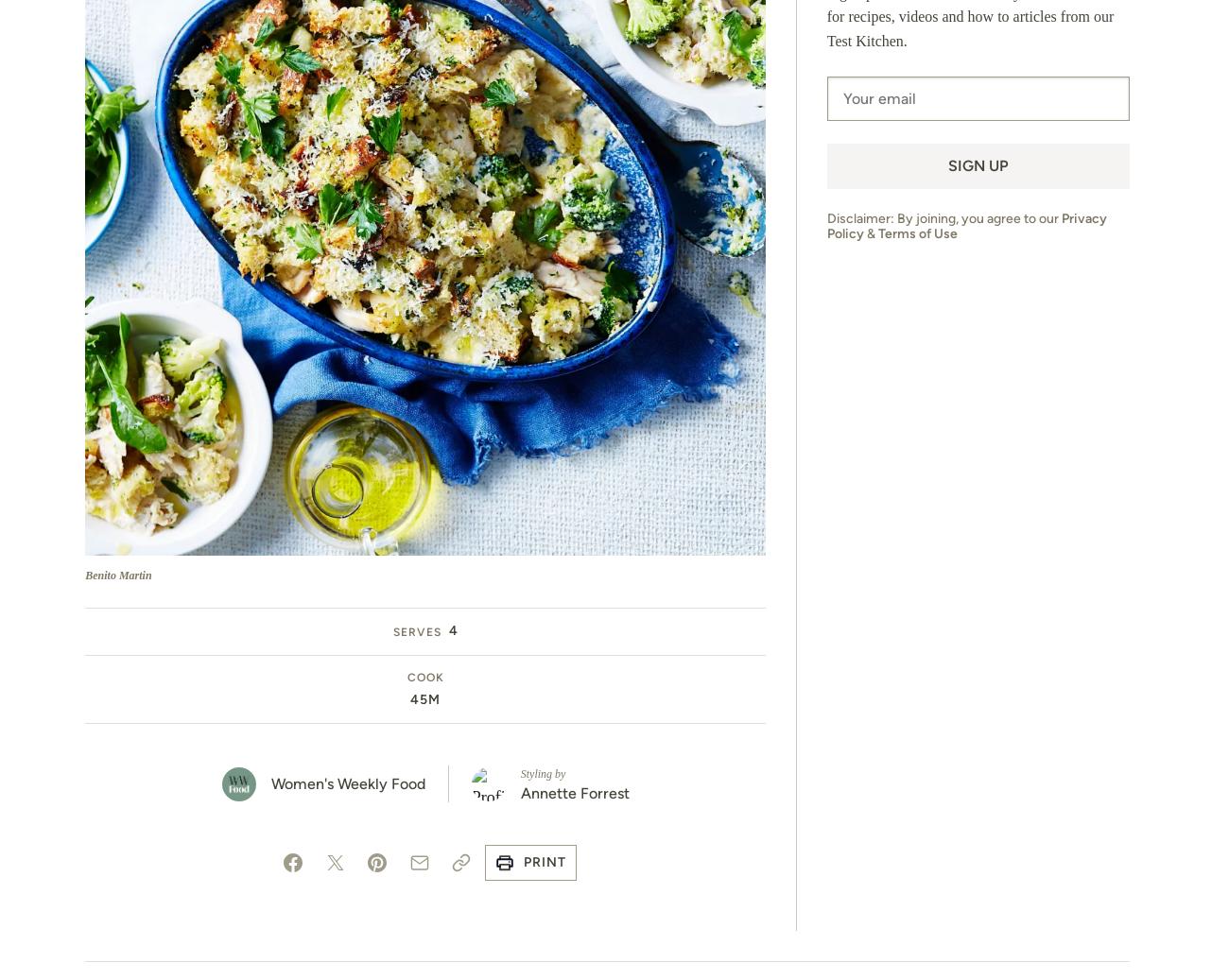  Describe the element at coordinates (346, 783) in the screenshot. I see `'Women's Weekly Food'` at that location.